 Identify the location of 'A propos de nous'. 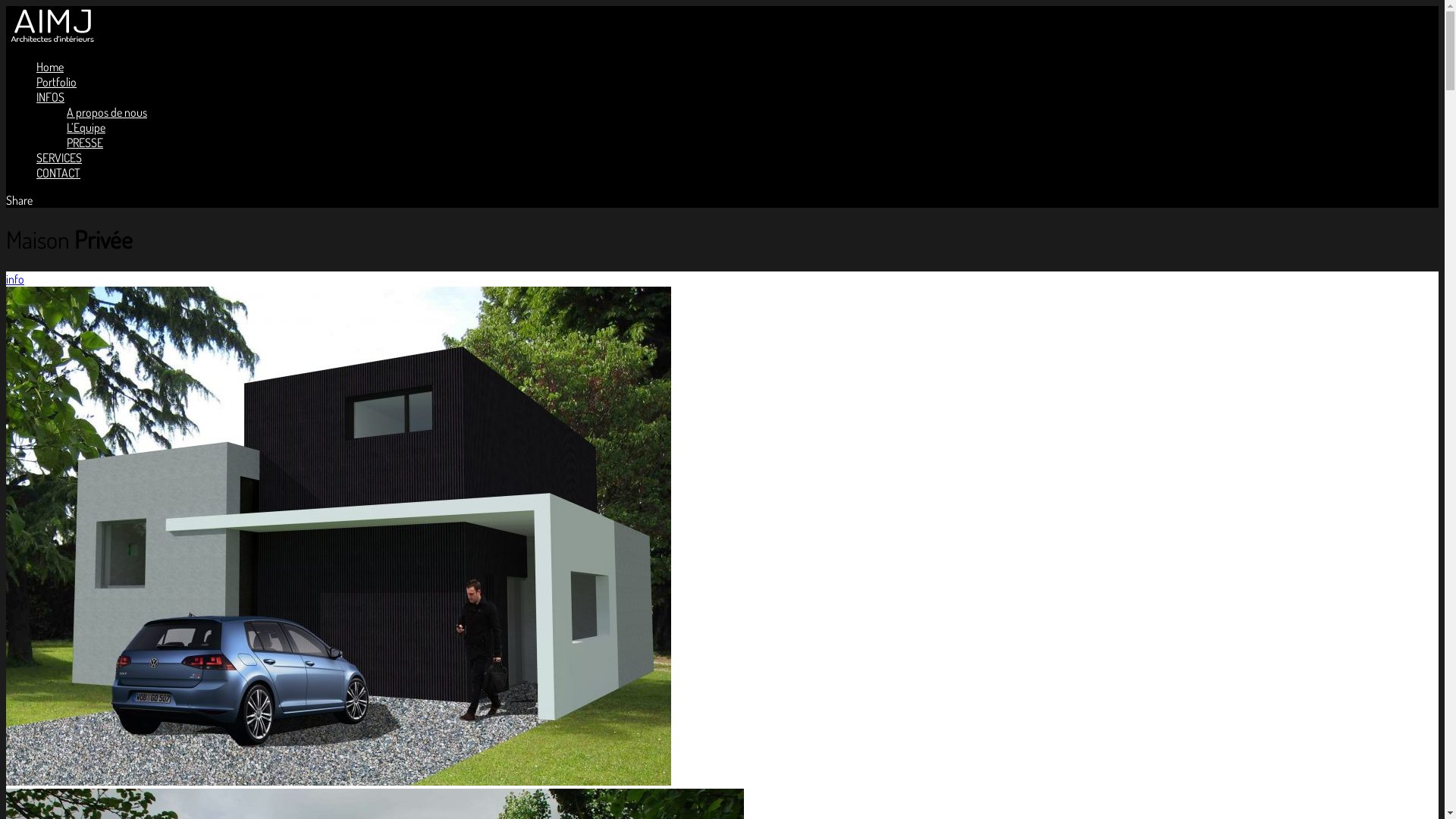
(105, 111).